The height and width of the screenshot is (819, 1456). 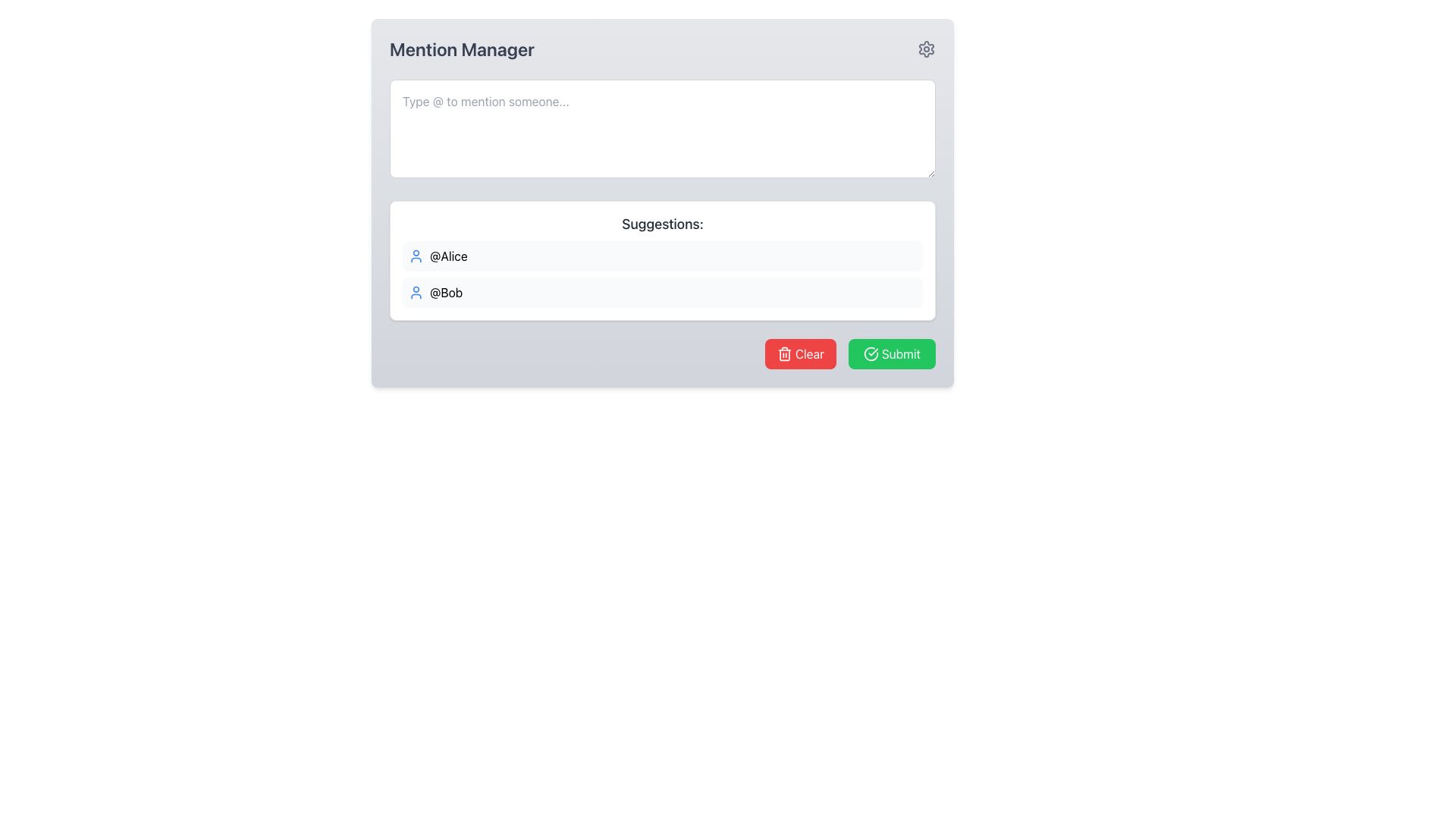 I want to click on the red 'Clear' button with a trash bin icon, so click(x=799, y=353).